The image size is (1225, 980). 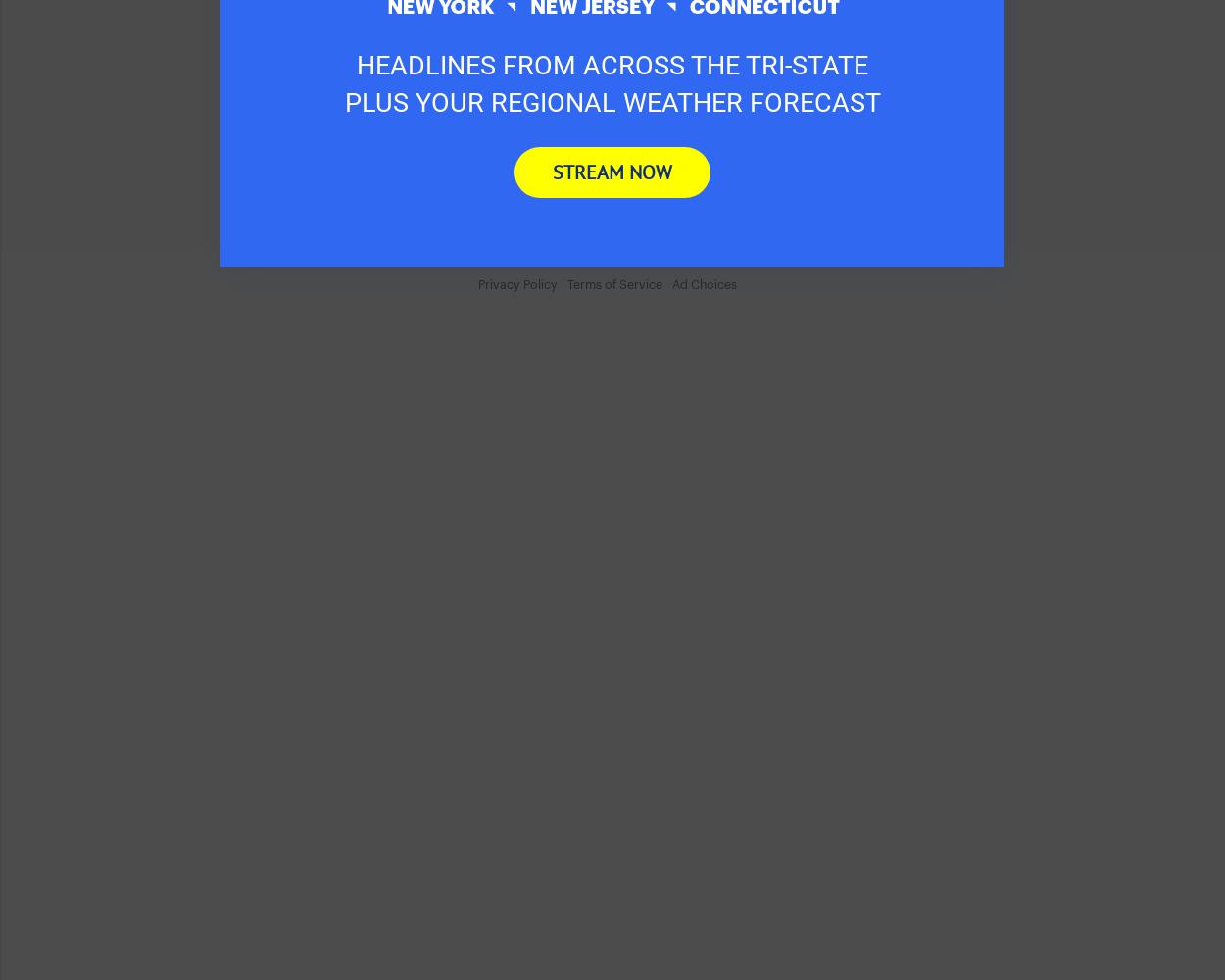 I want to click on 'Altice USA', so click(x=404, y=110).